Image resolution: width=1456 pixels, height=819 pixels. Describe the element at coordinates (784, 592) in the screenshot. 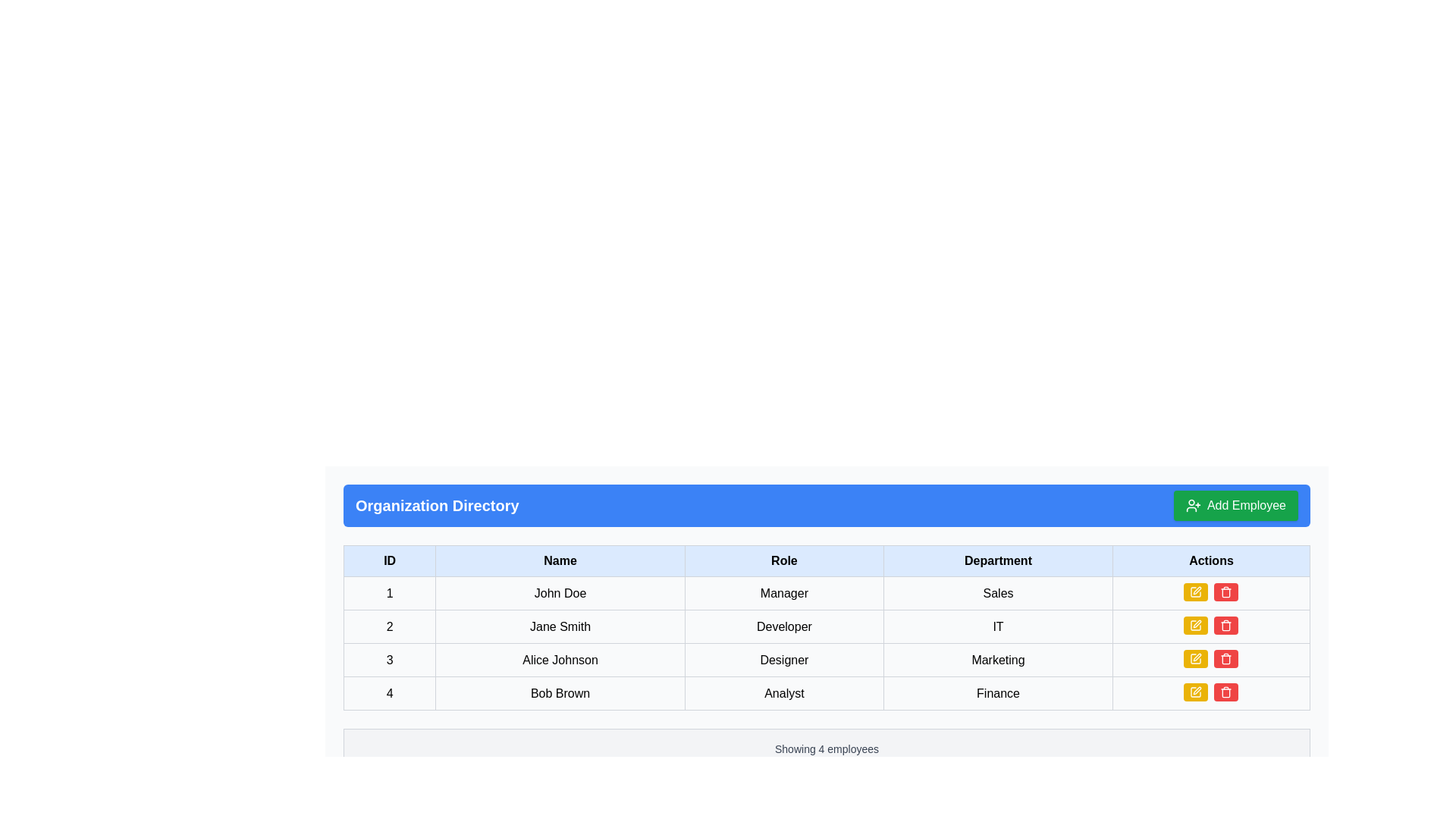

I see `text content of the 'Manager' text label located in the Role column of the table, positioned between the Name and Department columns` at that location.